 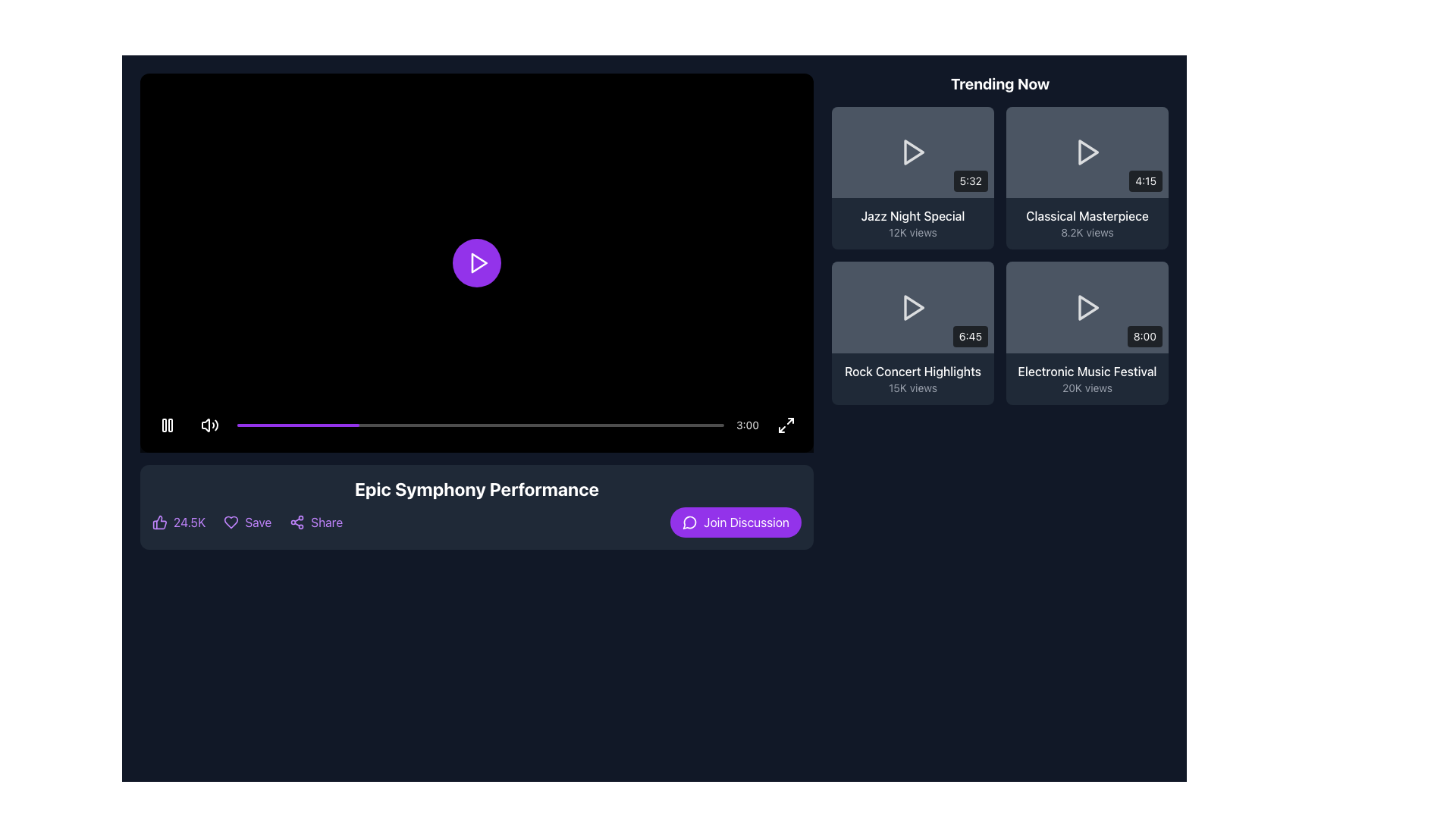 What do you see at coordinates (1087, 152) in the screenshot?
I see `the triangular play icon button located in the second item of the 2x2 grid in the 'Trending Now' section` at bounding box center [1087, 152].